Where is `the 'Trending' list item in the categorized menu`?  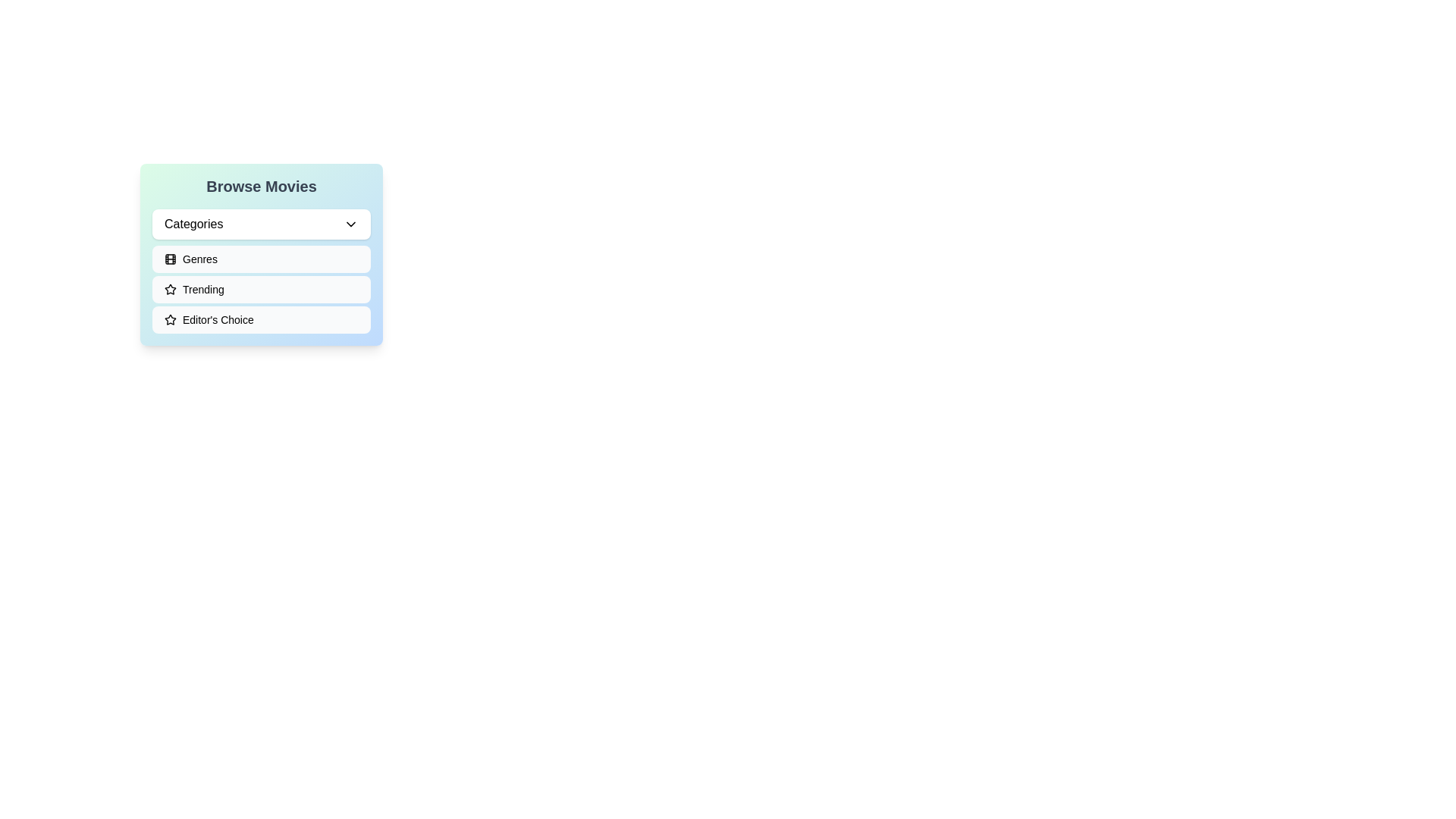 the 'Trending' list item in the categorized menu is located at coordinates (262, 289).